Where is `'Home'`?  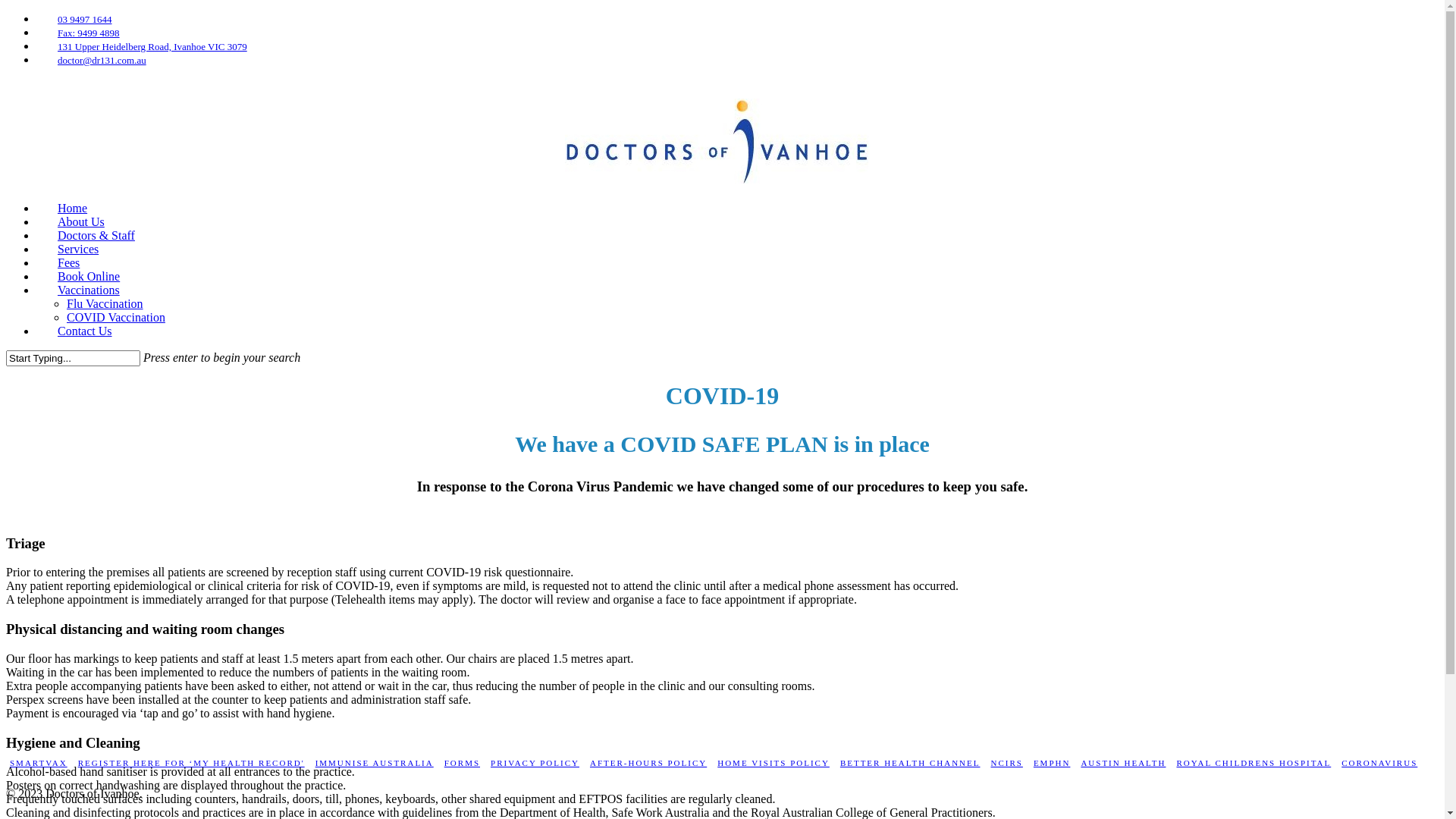
'Home' is located at coordinates (71, 208).